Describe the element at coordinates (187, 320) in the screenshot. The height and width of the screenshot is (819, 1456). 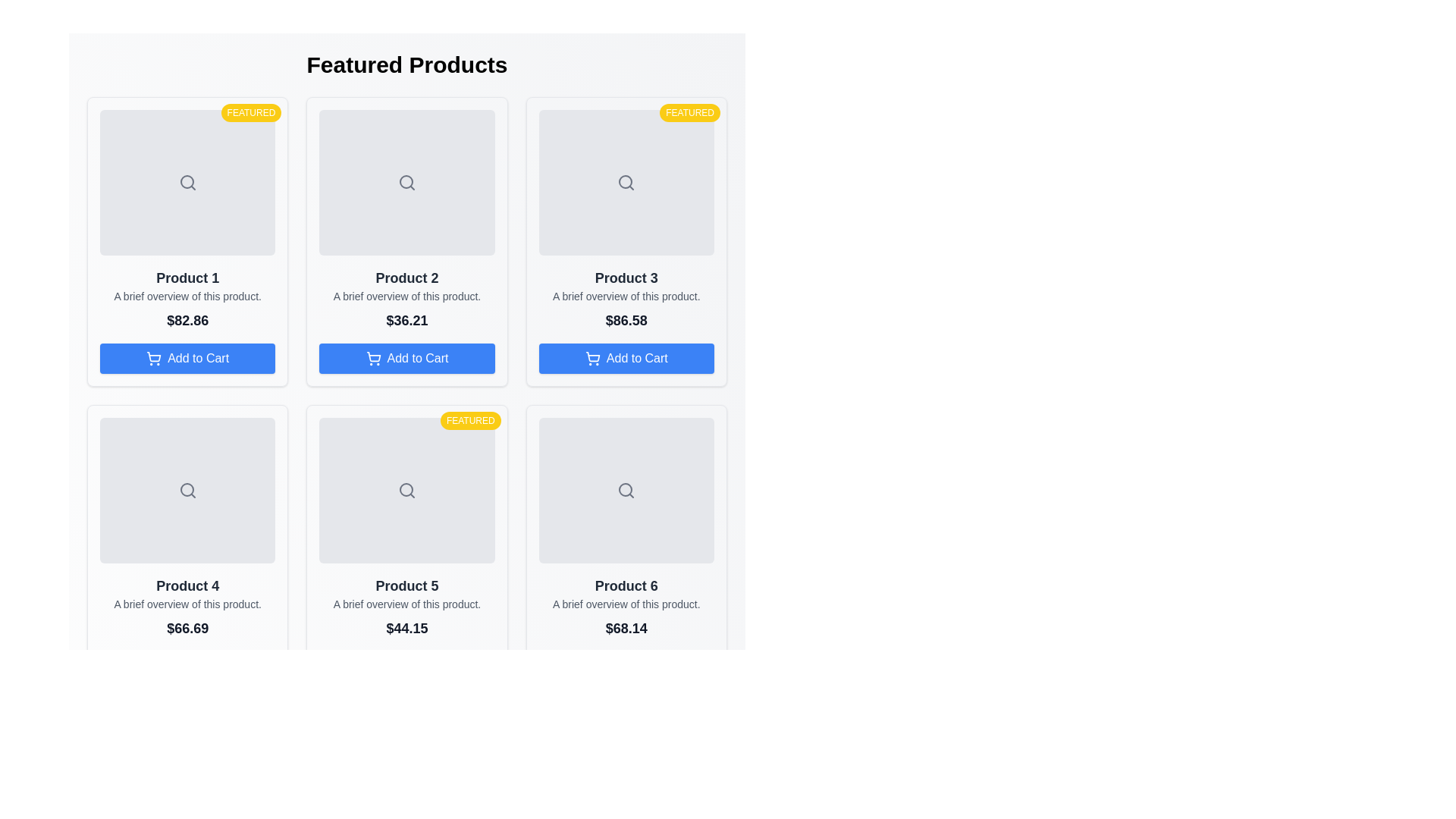
I see `the text label displaying the price of the product in Product 1 card` at that location.